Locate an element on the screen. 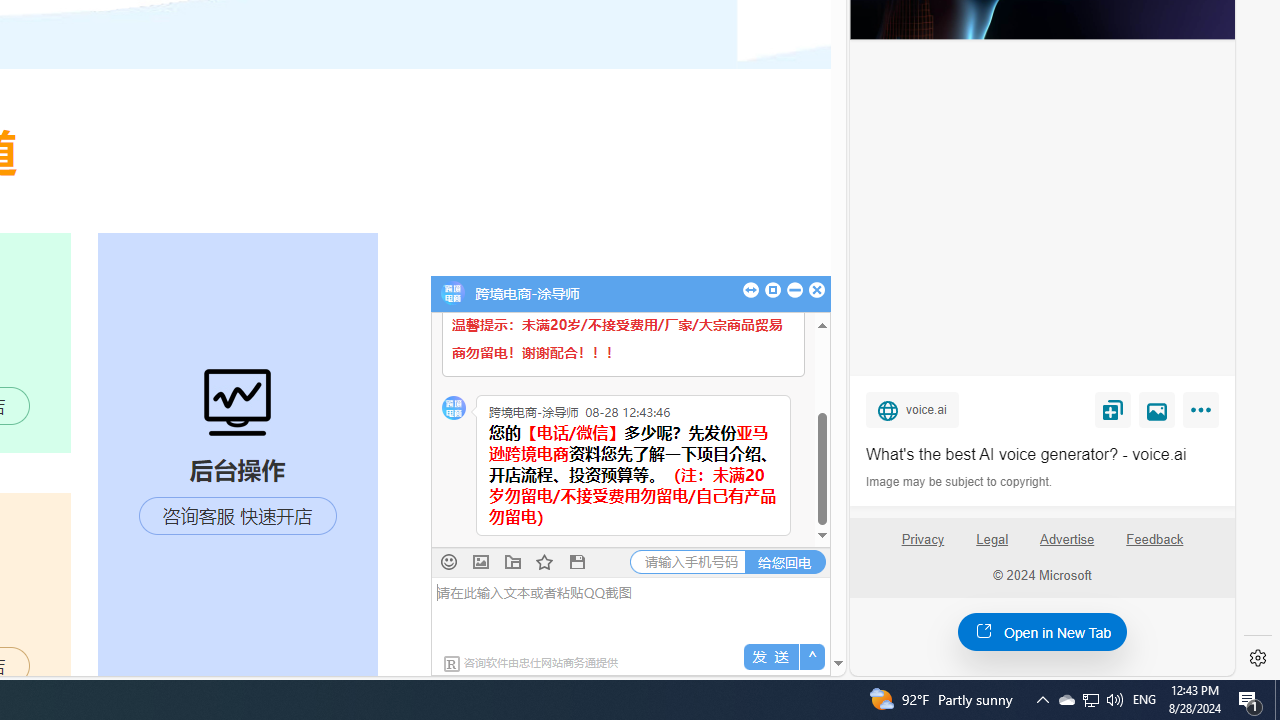  'Image may be subject to copyright.' is located at coordinates (960, 482).